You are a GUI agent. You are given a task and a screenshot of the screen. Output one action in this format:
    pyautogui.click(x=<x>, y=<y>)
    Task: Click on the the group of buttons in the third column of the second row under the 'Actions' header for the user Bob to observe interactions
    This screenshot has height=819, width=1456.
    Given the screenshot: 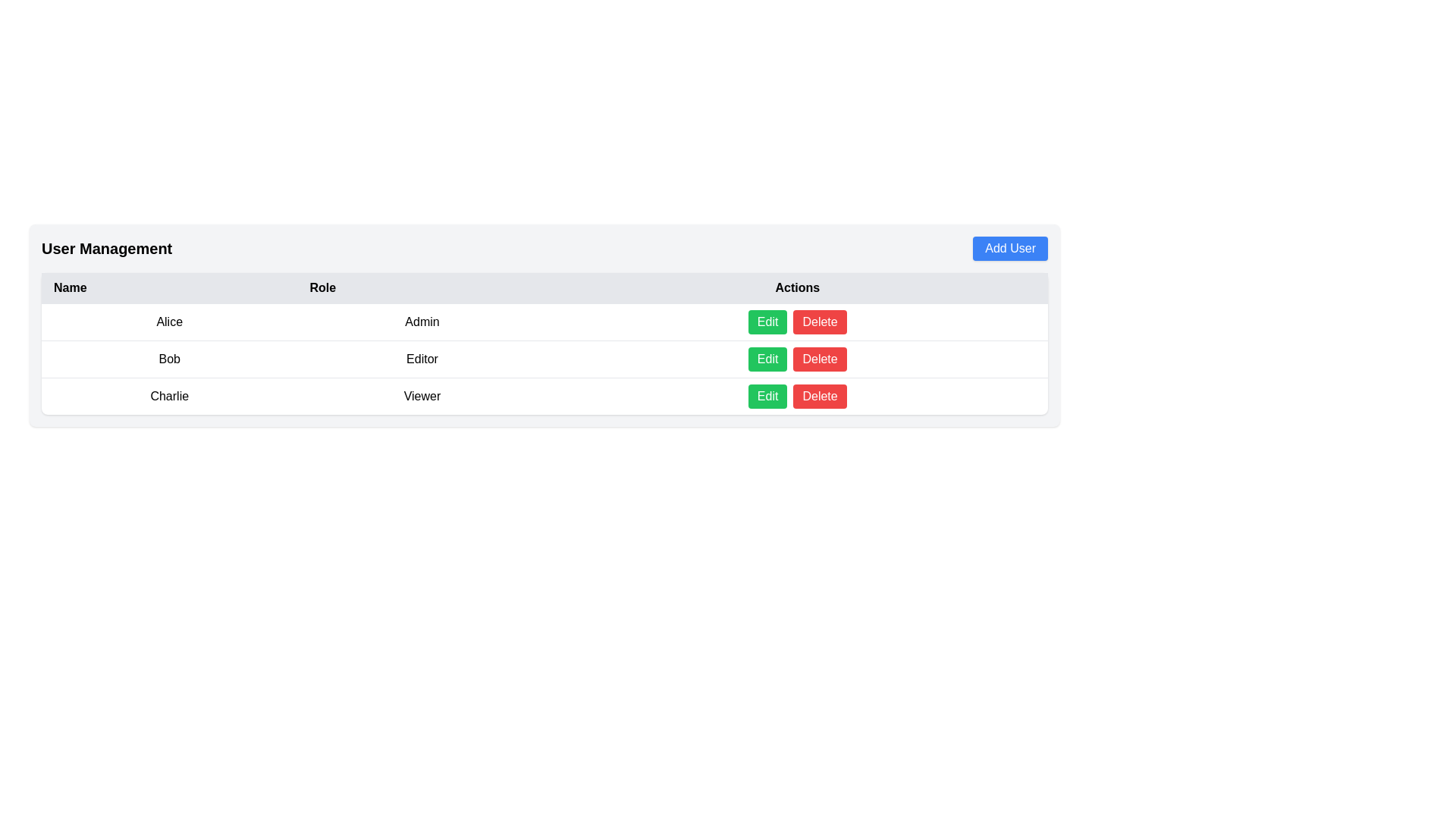 What is the action you would take?
    pyautogui.click(x=796, y=359)
    